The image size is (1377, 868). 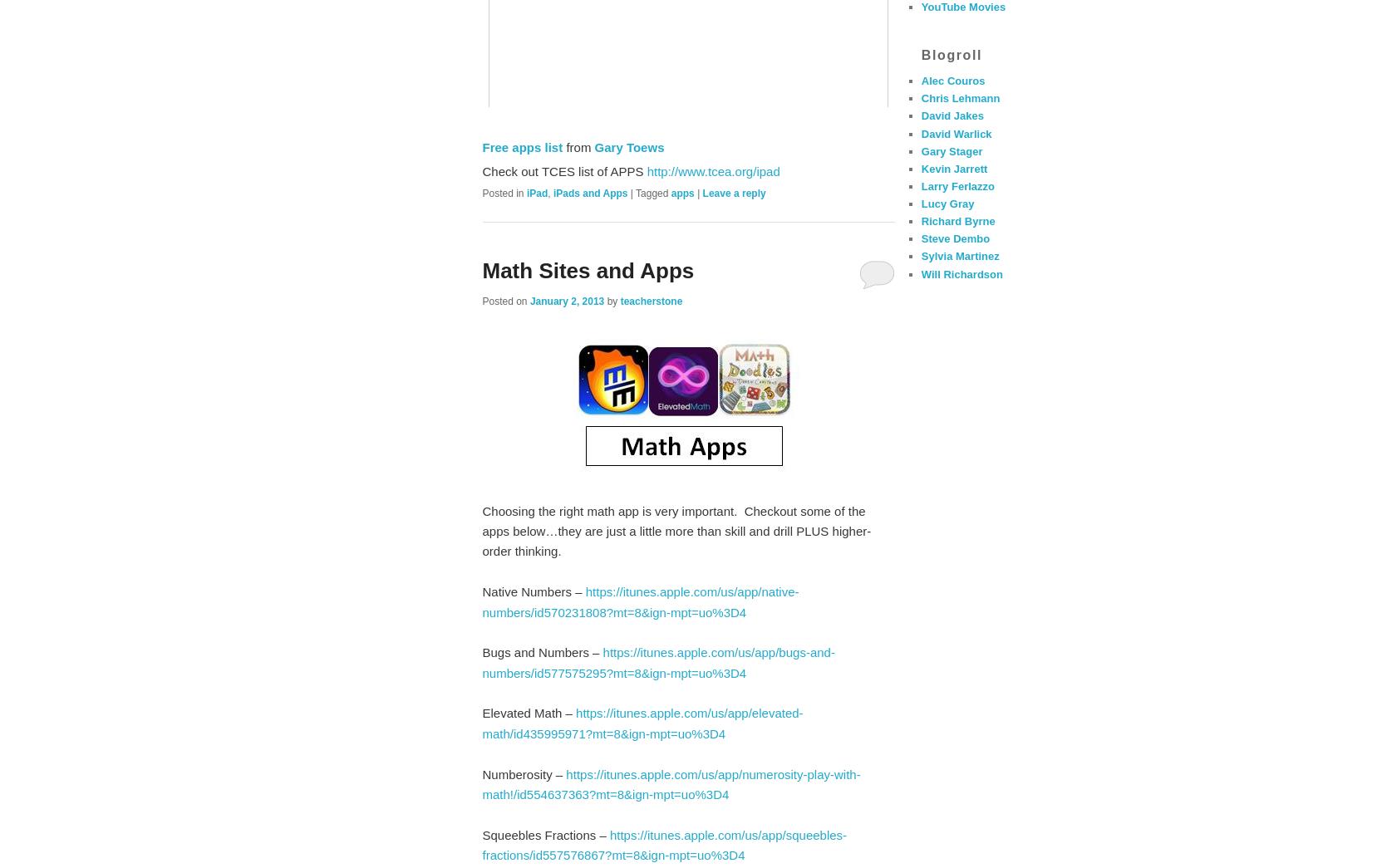 I want to click on 'https://itunes.apple.com/us/app/numerosity-play-with-math!/id554637363?mt=8&ign-mpt=uo%3D4', so click(x=670, y=782).